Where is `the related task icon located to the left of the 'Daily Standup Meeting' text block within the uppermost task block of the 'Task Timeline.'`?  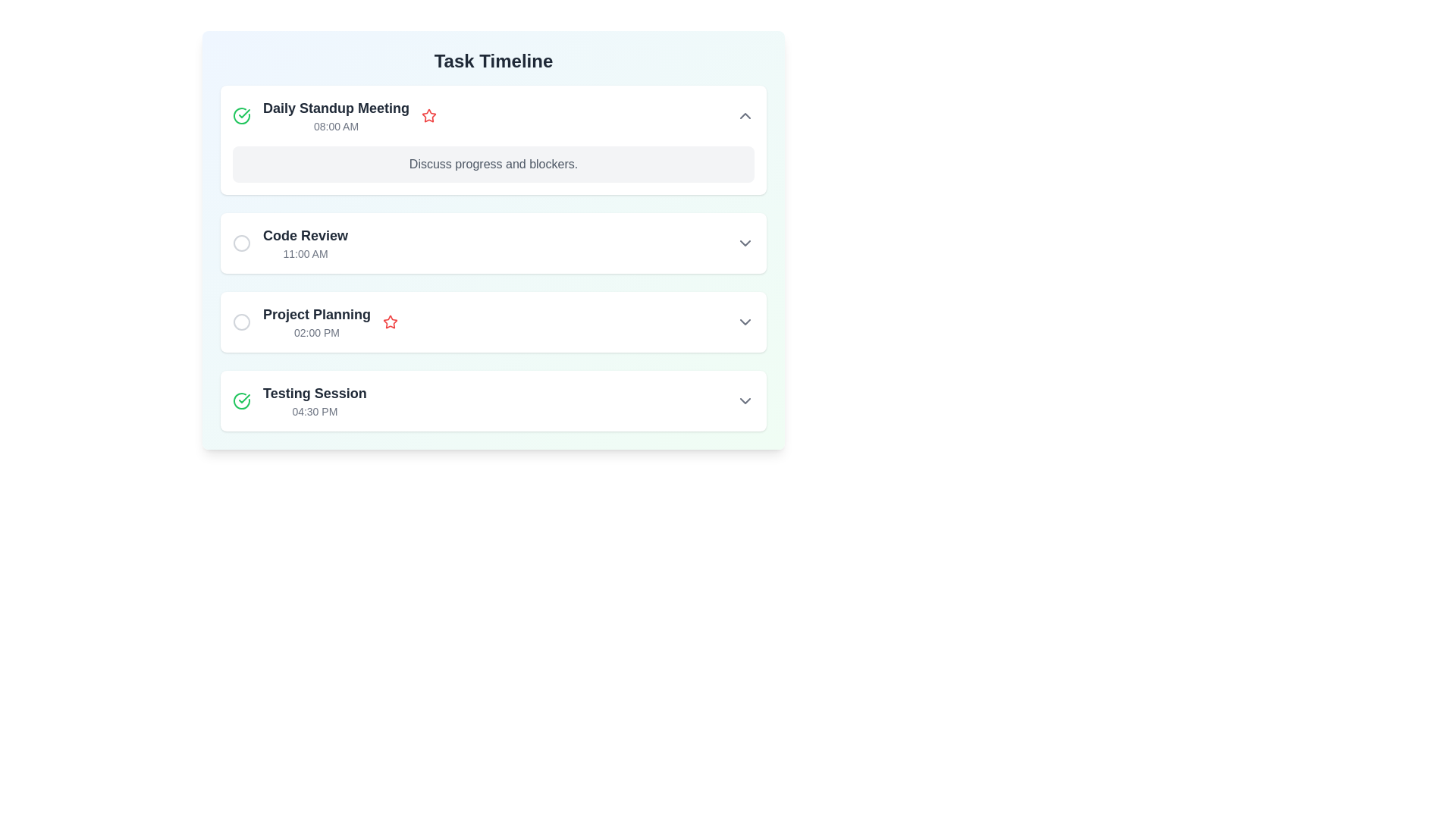
the related task icon located to the left of the 'Daily Standup Meeting' text block within the uppermost task block of the 'Task Timeline.' is located at coordinates (335, 115).